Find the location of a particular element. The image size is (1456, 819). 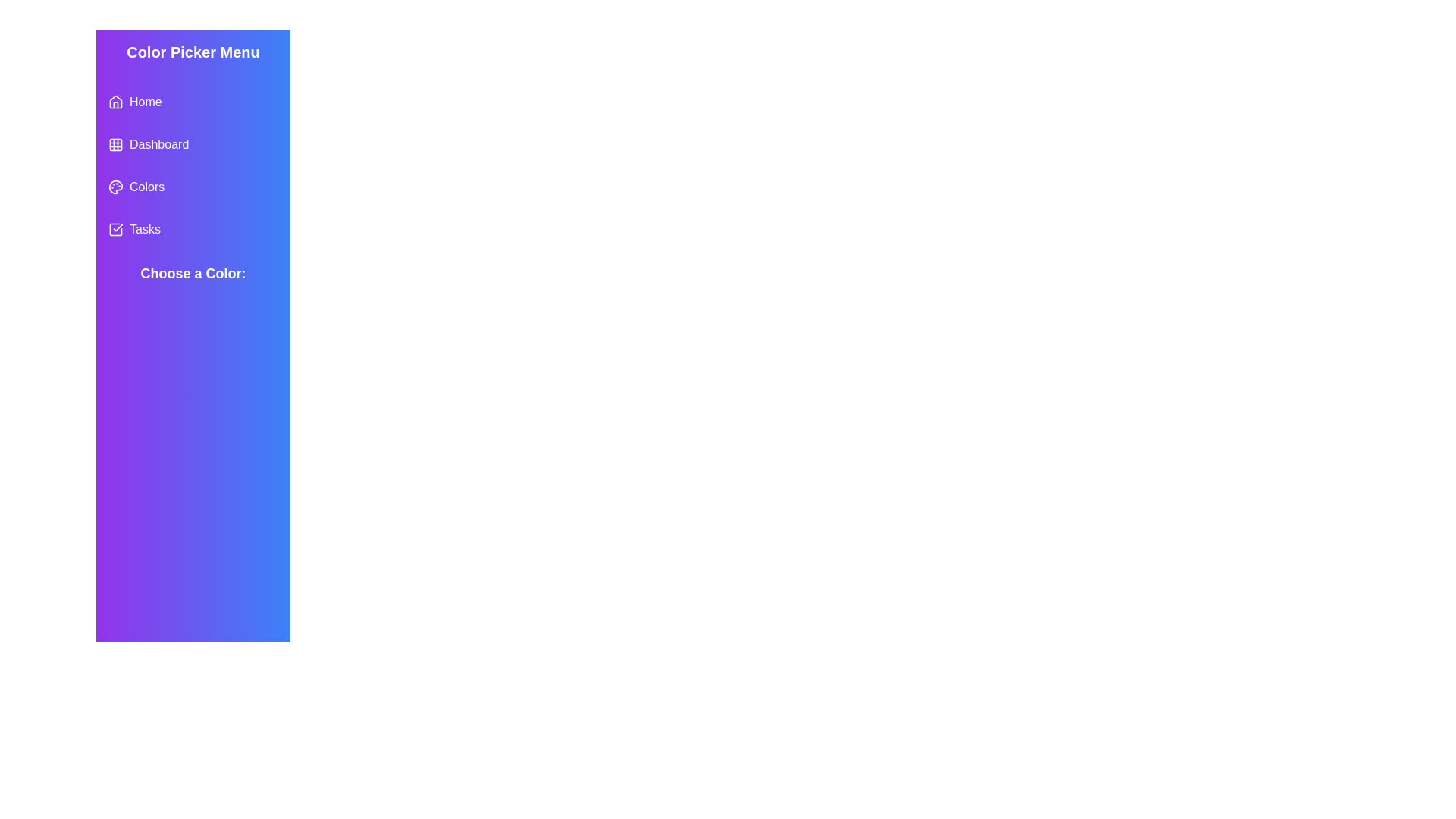

the 'Home' menu item in the Color Picker Menu for keyboard navigation is located at coordinates (192, 102).